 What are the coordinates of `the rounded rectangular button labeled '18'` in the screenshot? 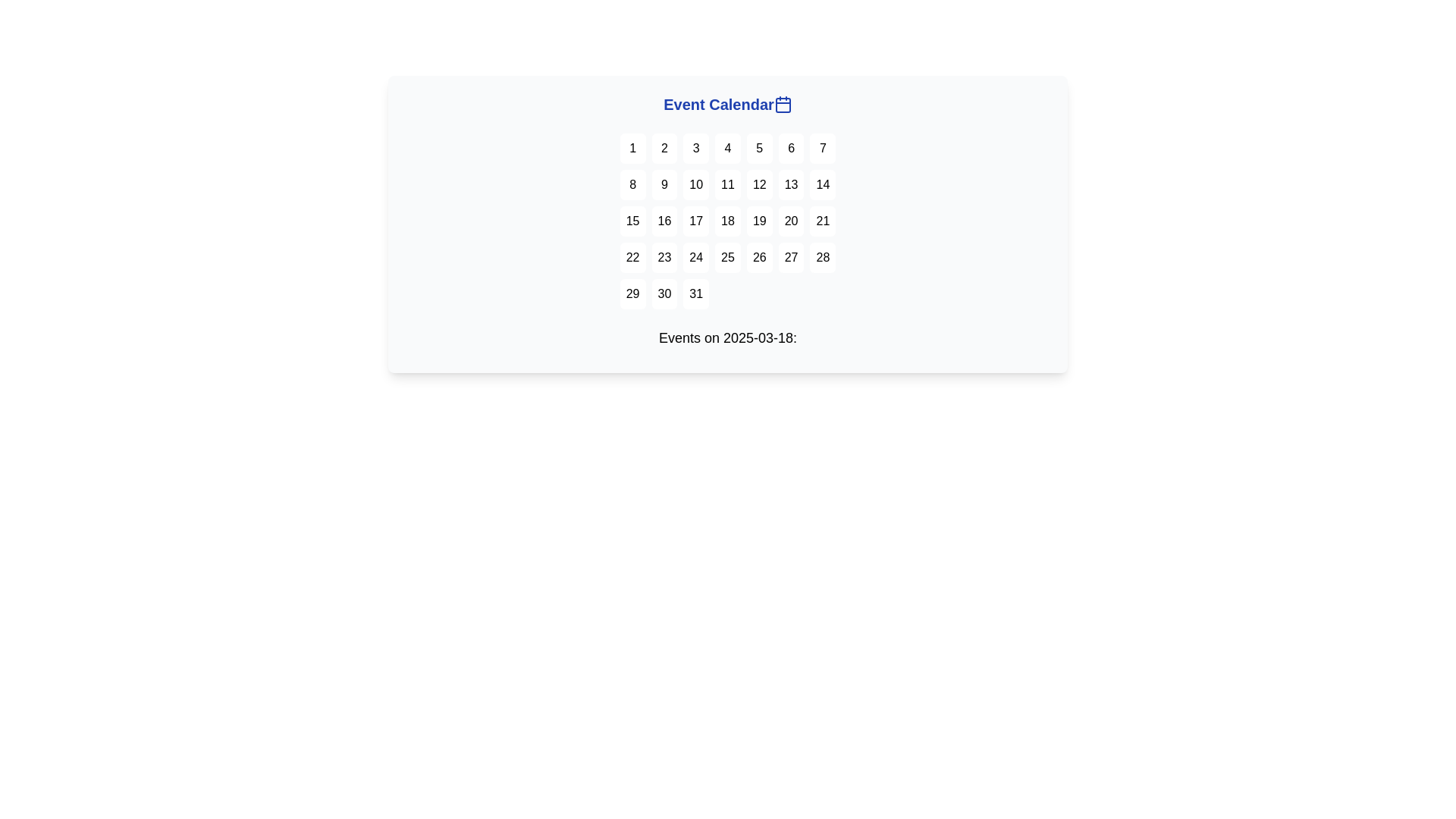 It's located at (728, 221).